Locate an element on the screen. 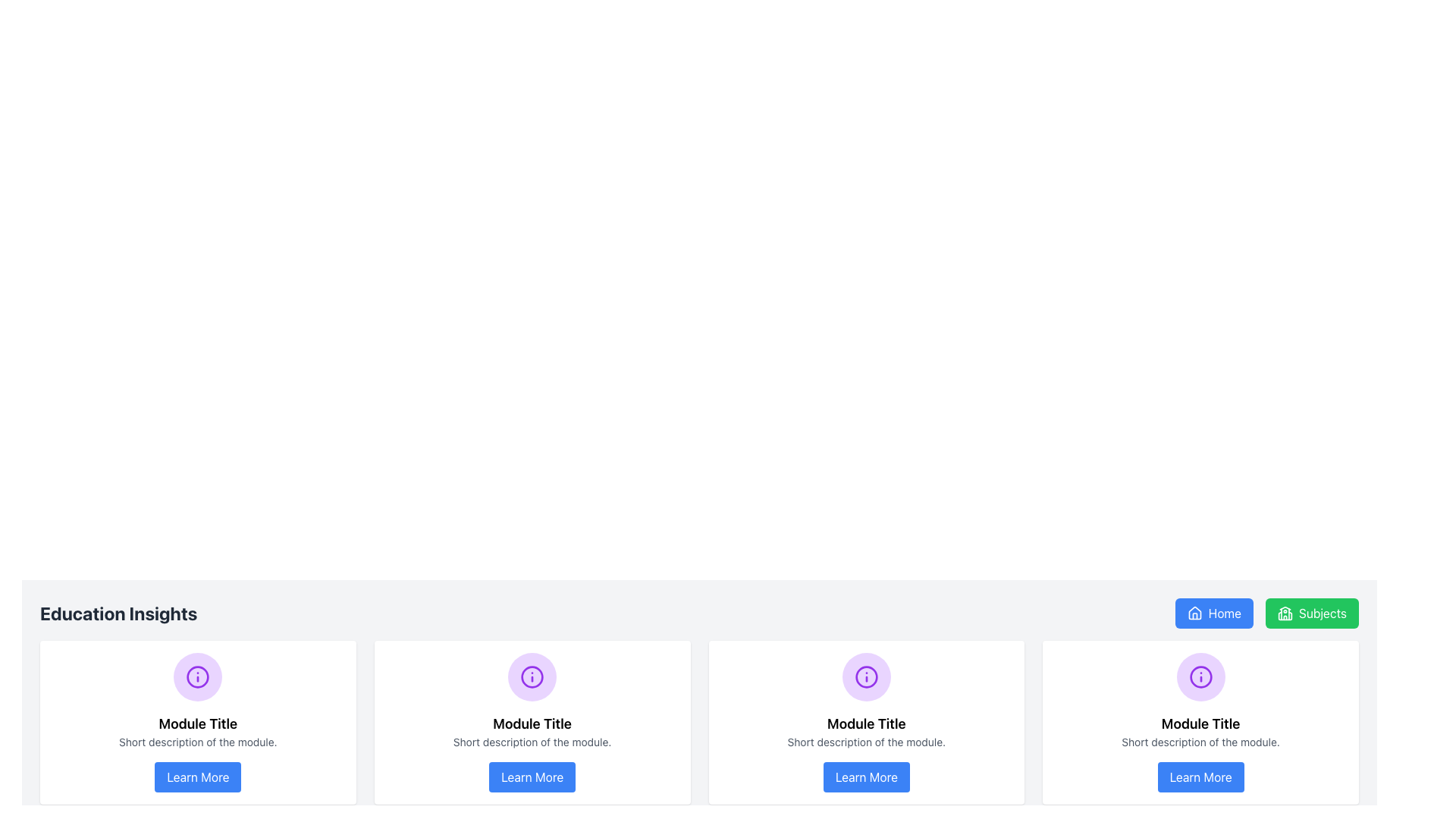  the circular purple icon with an 'i' symbol is located at coordinates (197, 676).